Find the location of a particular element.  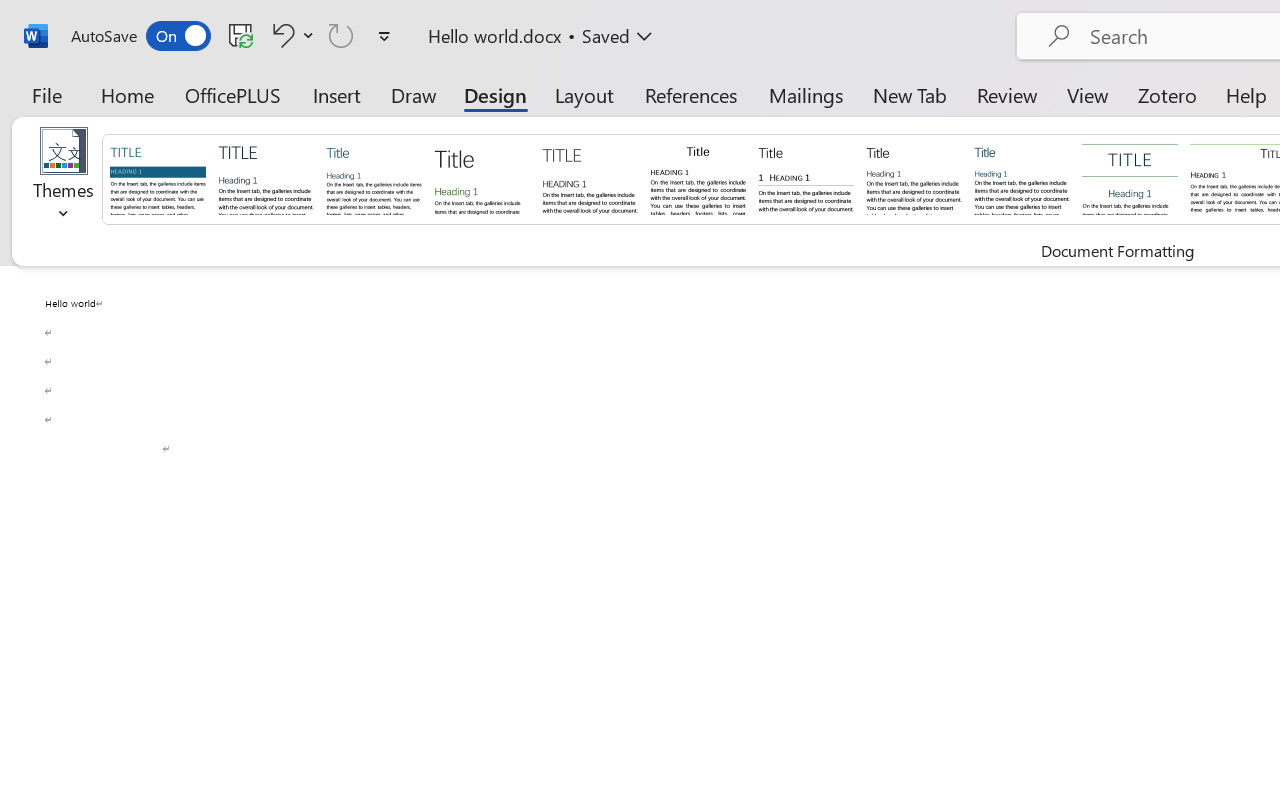

'Themes' is located at coordinates (64, 179).